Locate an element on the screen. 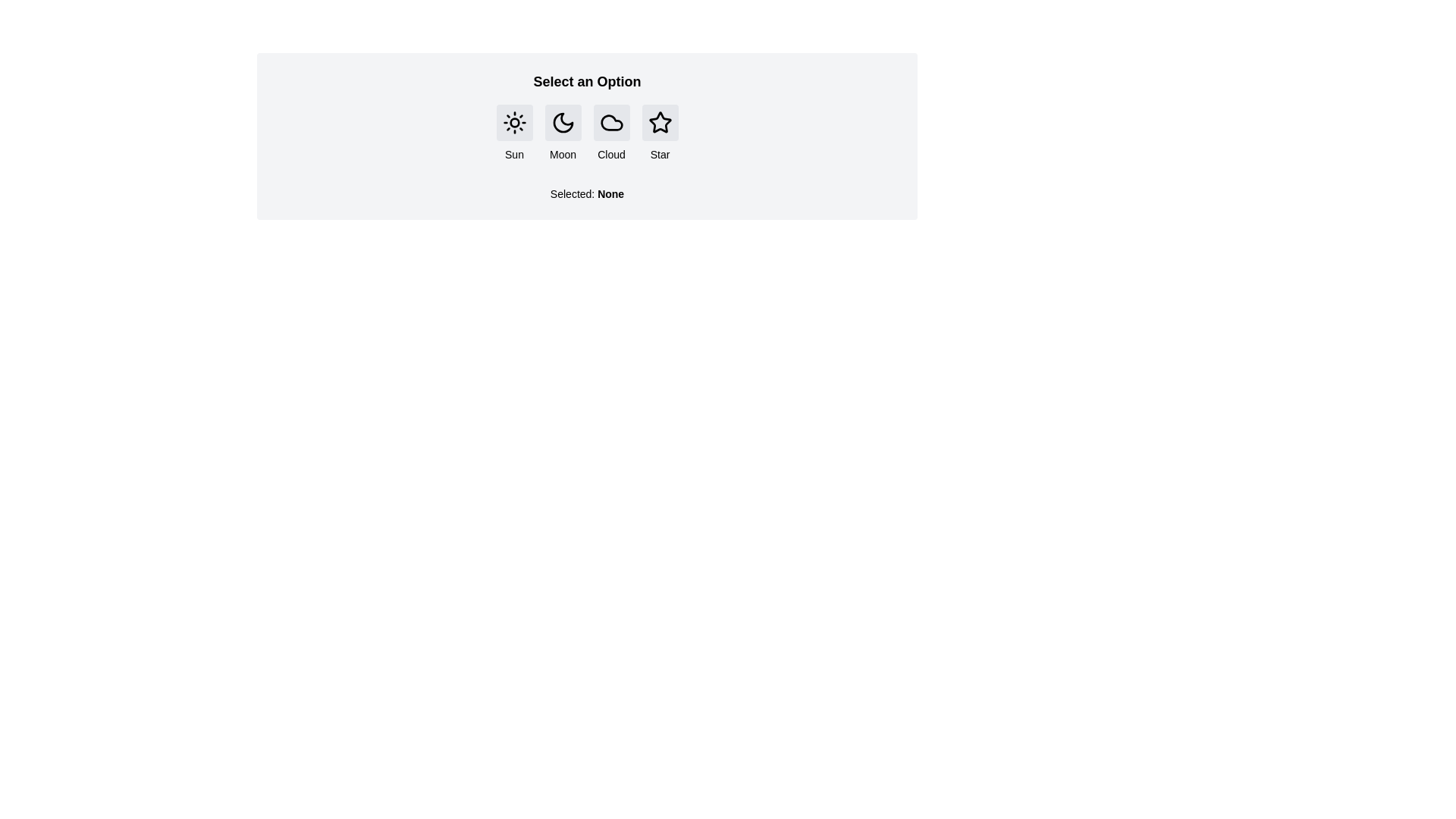 The height and width of the screenshot is (819, 1456). the Interactive selection interface for options 'Sun', 'Moon', 'Cloud', or 'Star' is located at coordinates (586, 136).